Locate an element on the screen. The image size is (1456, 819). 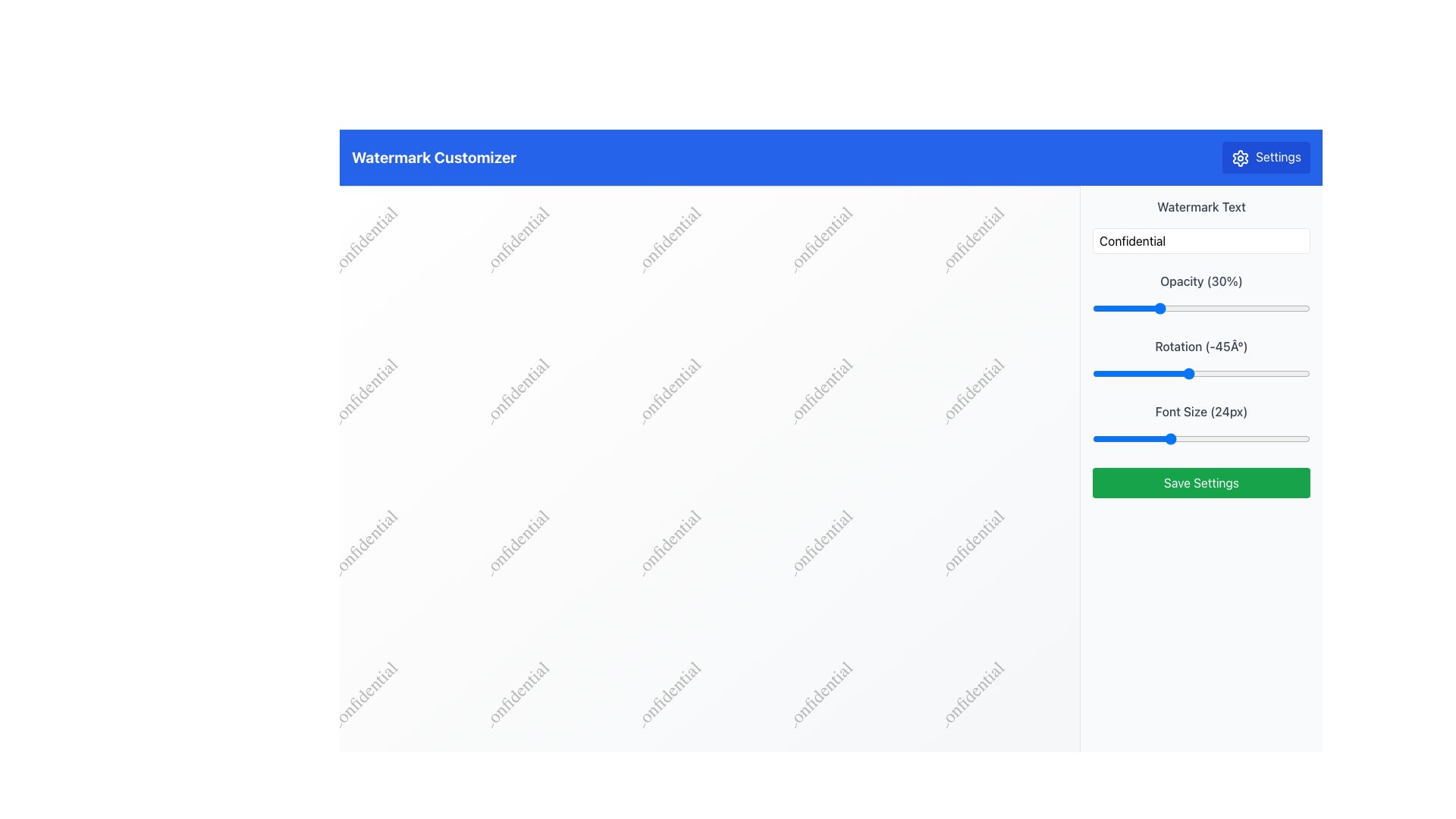
the font size slider is located at coordinates (1114, 438).